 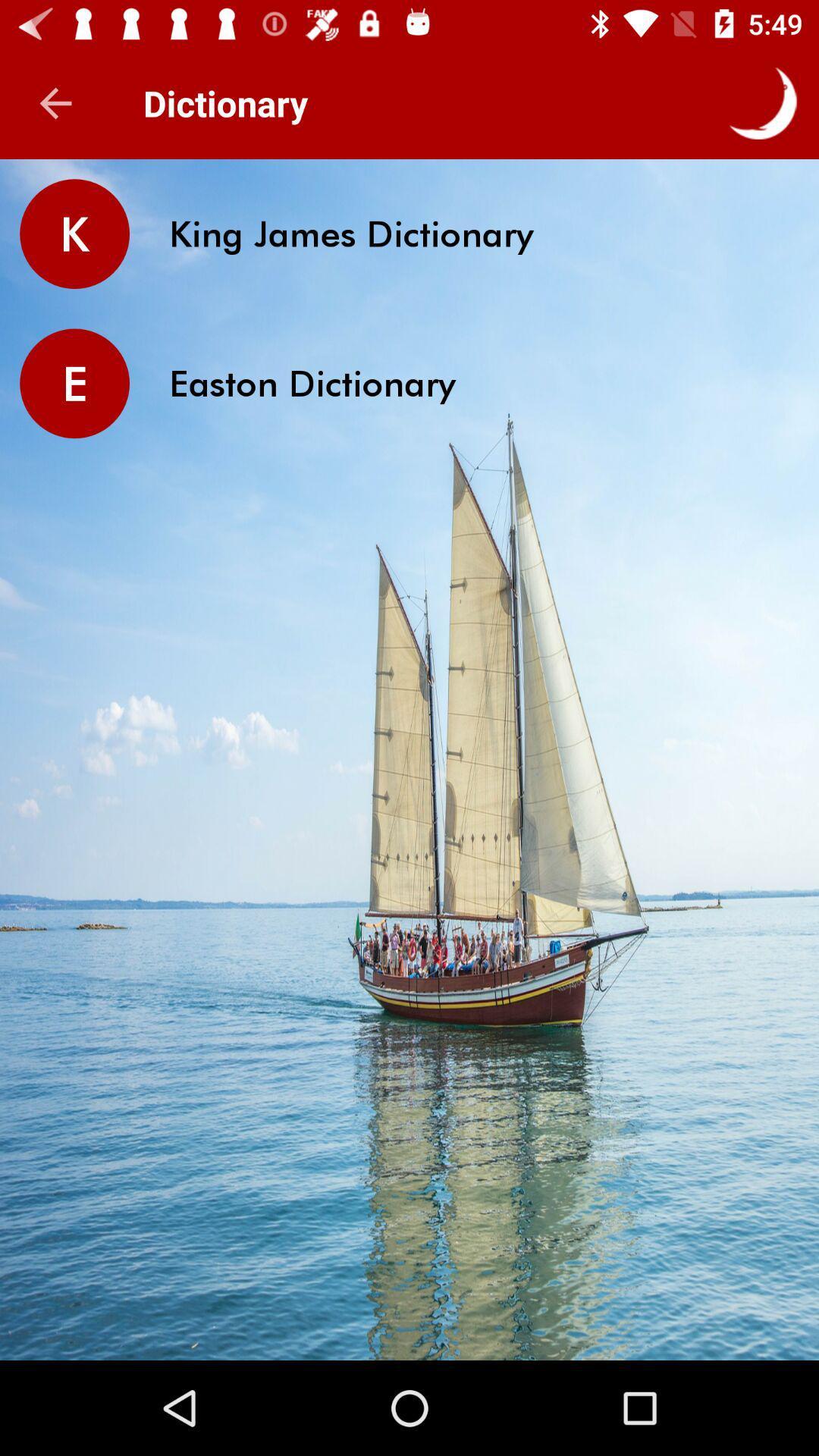 What do you see at coordinates (763, 102) in the screenshot?
I see `set as night mode` at bounding box center [763, 102].